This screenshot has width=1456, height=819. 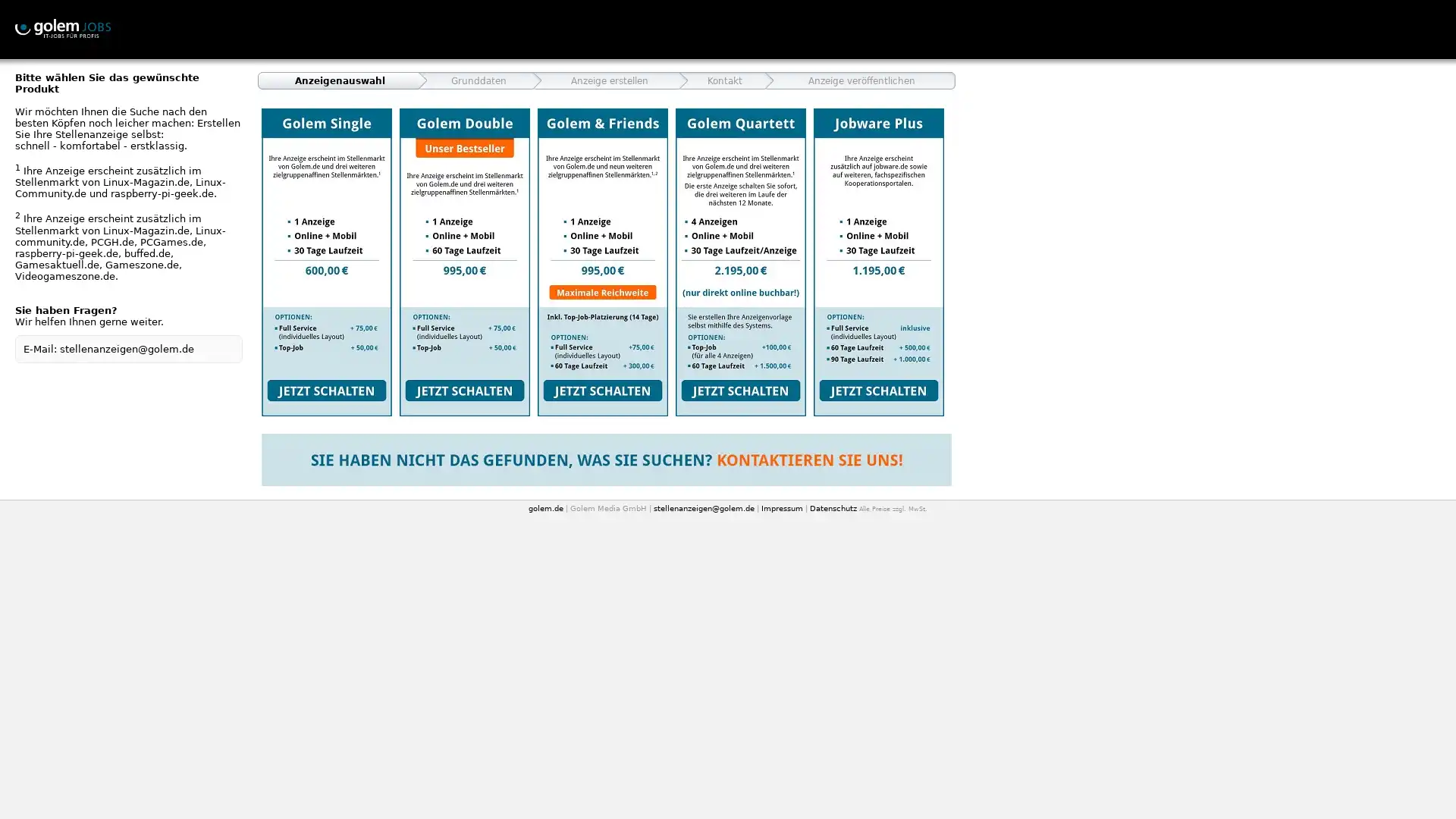 I want to click on Submit, so click(x=878, y=262).